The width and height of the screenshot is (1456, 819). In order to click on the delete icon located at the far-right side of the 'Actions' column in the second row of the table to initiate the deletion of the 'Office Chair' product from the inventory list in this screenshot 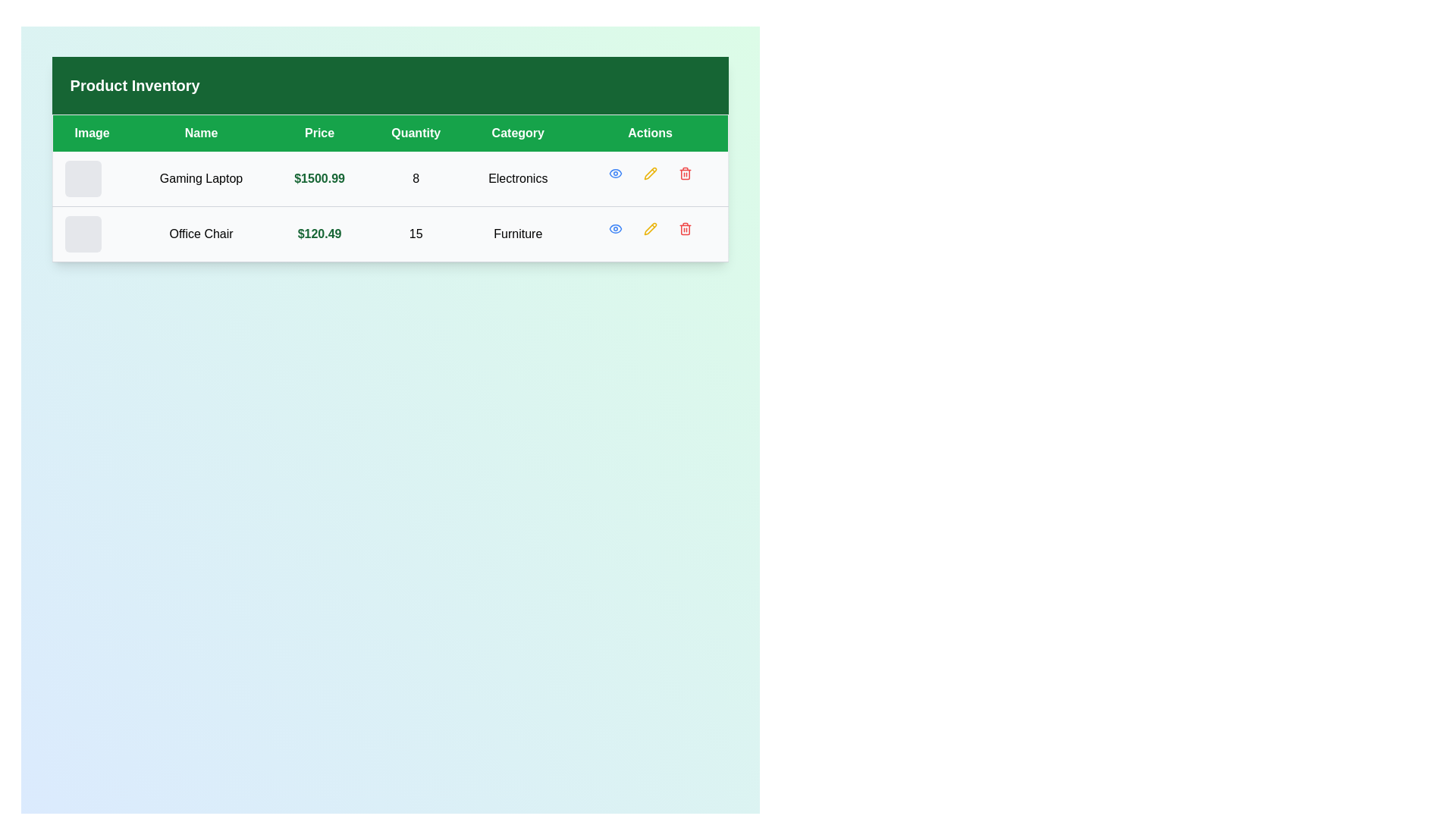, I will do `click(684, 228)`.